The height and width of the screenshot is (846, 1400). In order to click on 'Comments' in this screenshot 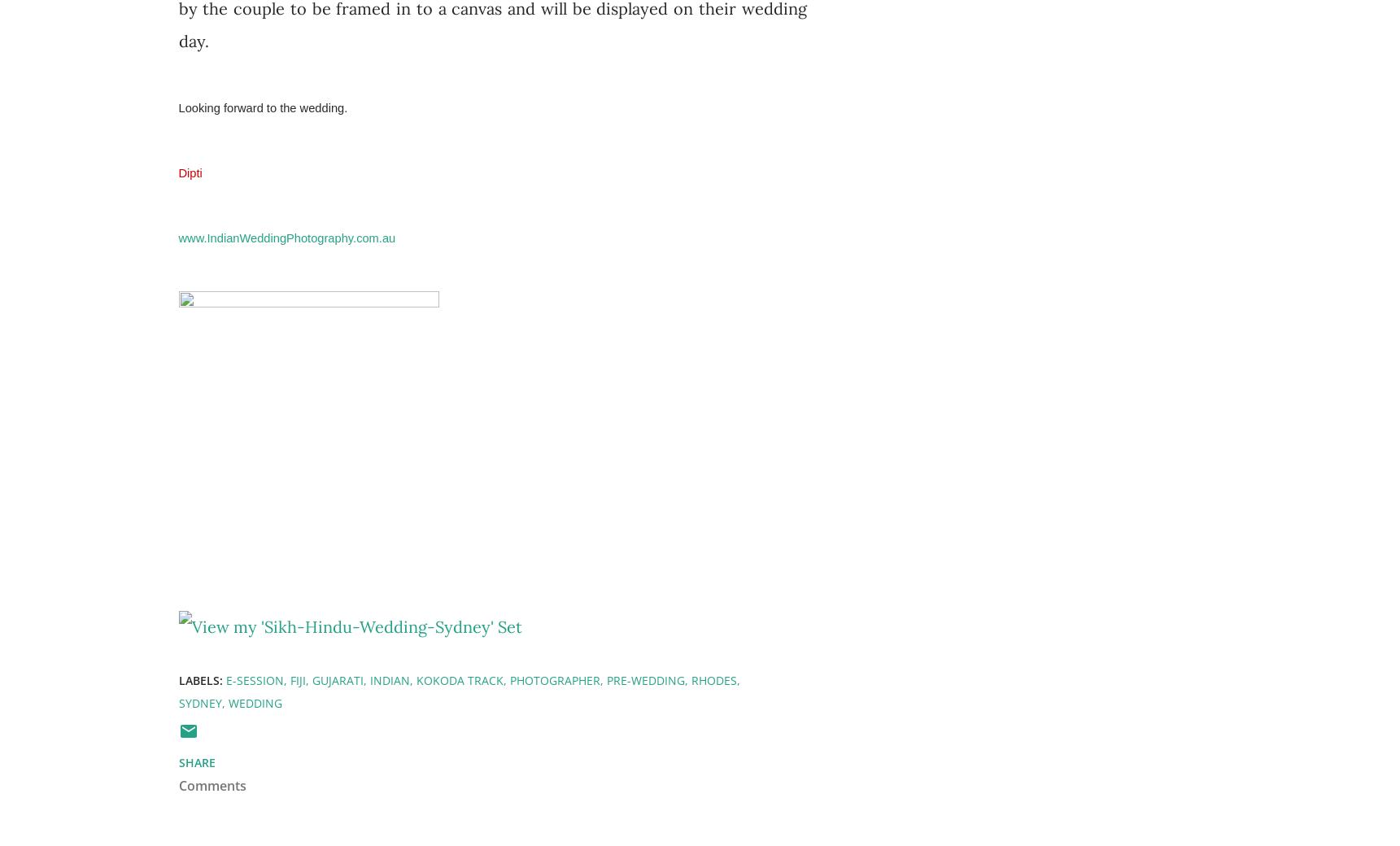, I will do `click(178, 785)`.